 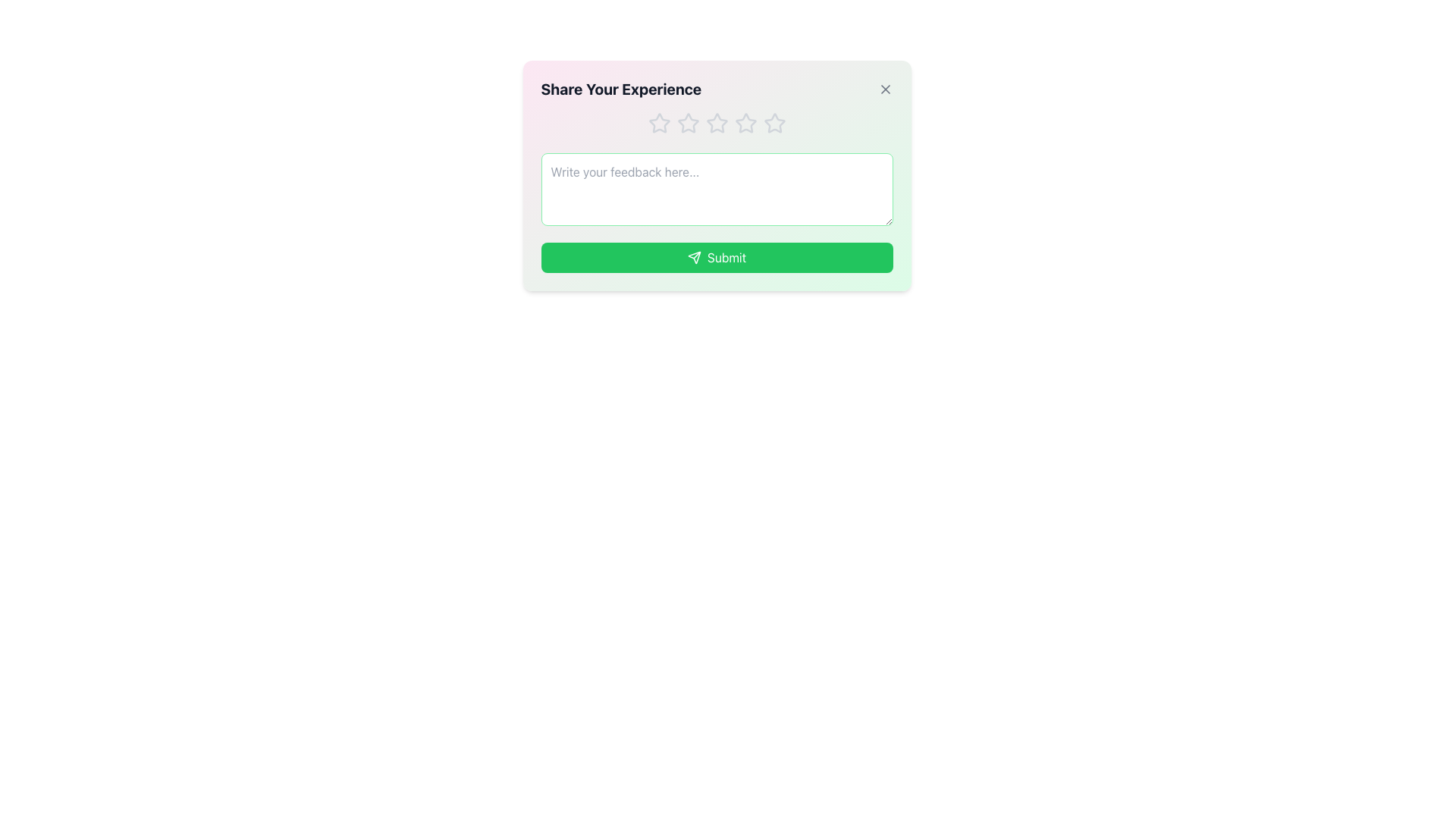 I want to click on the second star-shaped icon in the rating selection interface, so click(x=687, y=122).